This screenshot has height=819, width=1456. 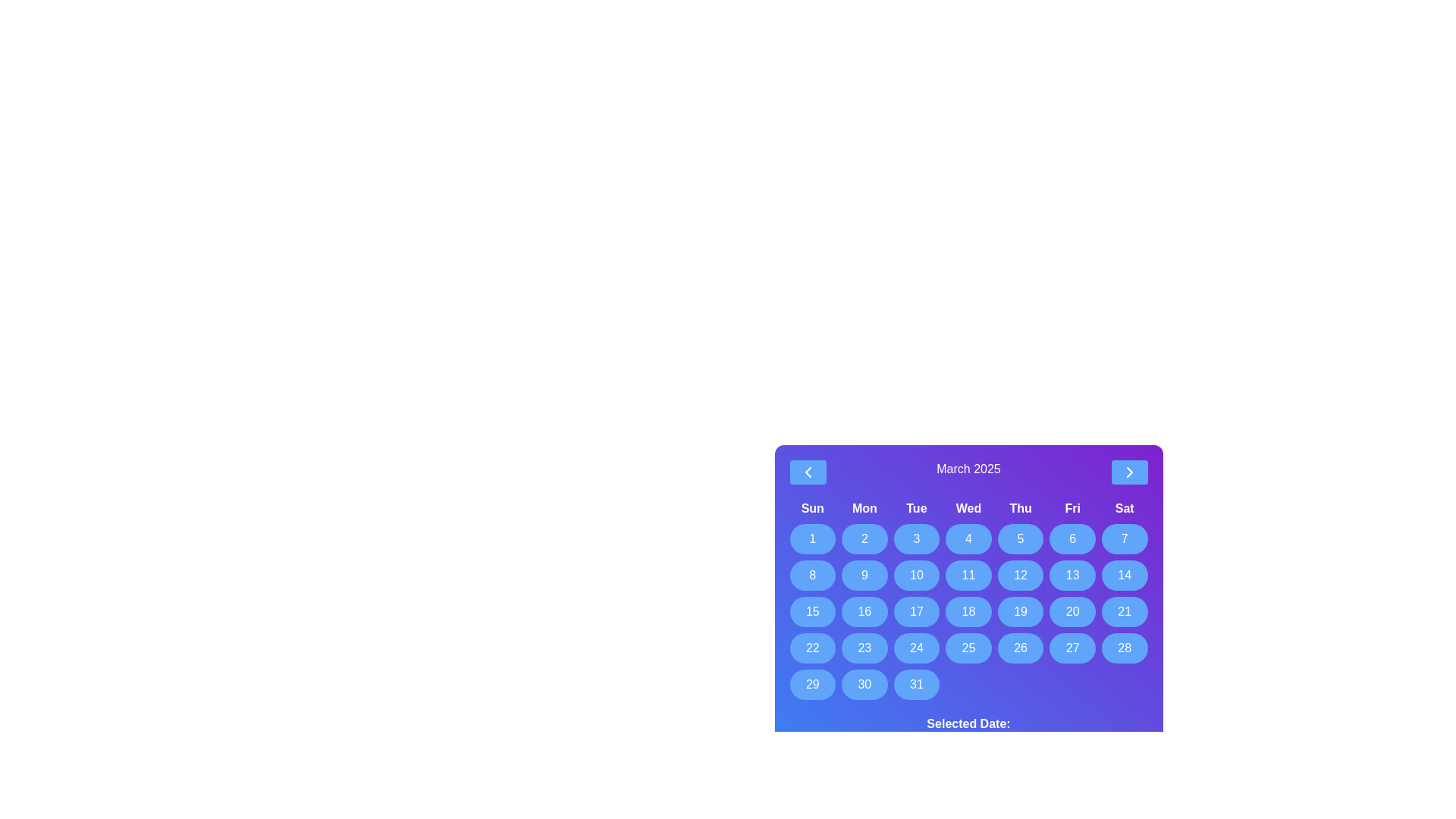 I want to click on the circular blue button labeled '2' in the calendar interface, so click(x=864, y=538).